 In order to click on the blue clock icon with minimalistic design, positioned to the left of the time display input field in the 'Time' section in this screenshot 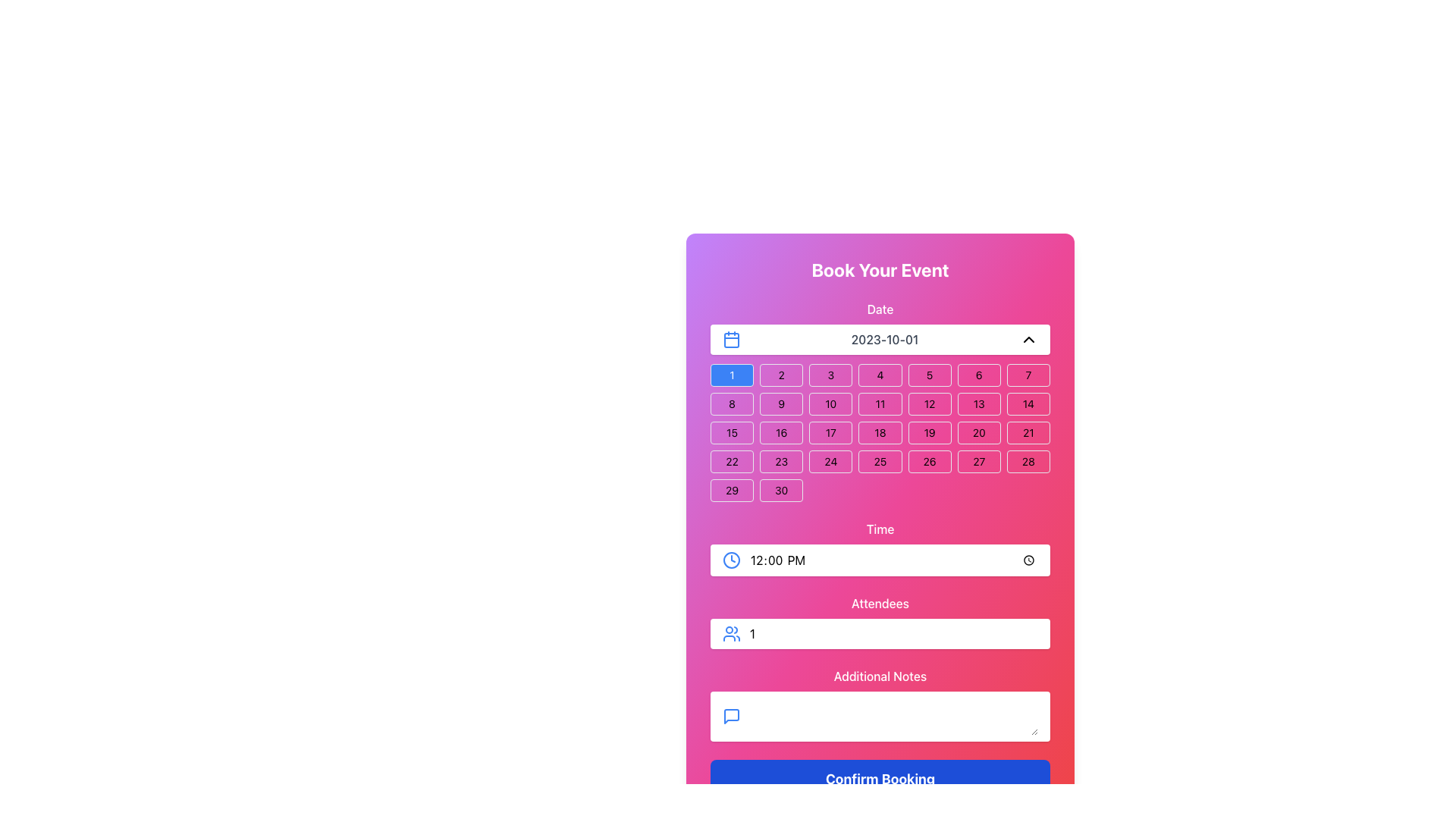, I will do `click(731, 560)`.